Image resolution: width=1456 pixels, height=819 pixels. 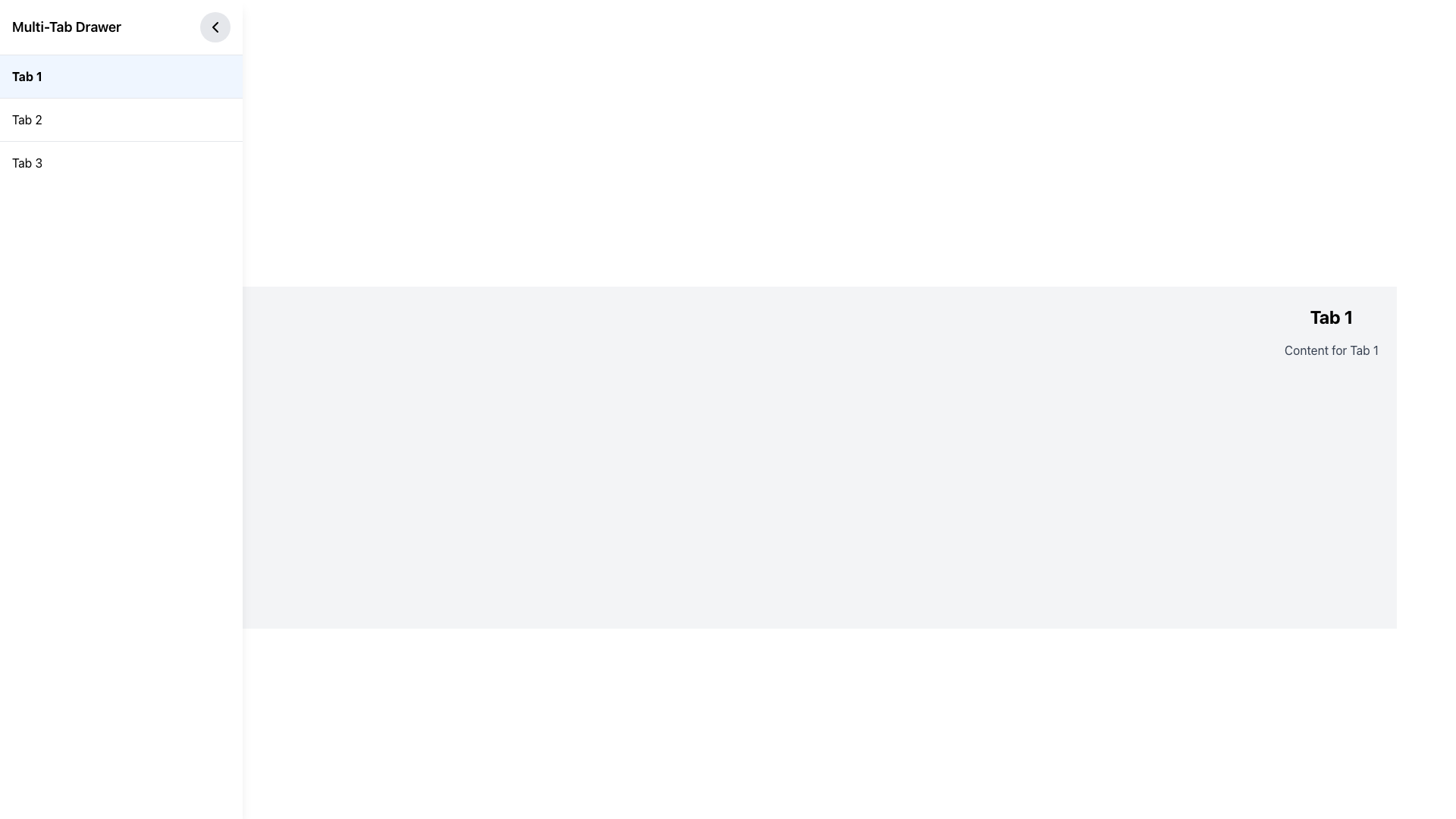 I want to click on the left-pointing chevron icon in the header next to the 'Multi-Tab Drawer' label, so click(x=214, y=27).